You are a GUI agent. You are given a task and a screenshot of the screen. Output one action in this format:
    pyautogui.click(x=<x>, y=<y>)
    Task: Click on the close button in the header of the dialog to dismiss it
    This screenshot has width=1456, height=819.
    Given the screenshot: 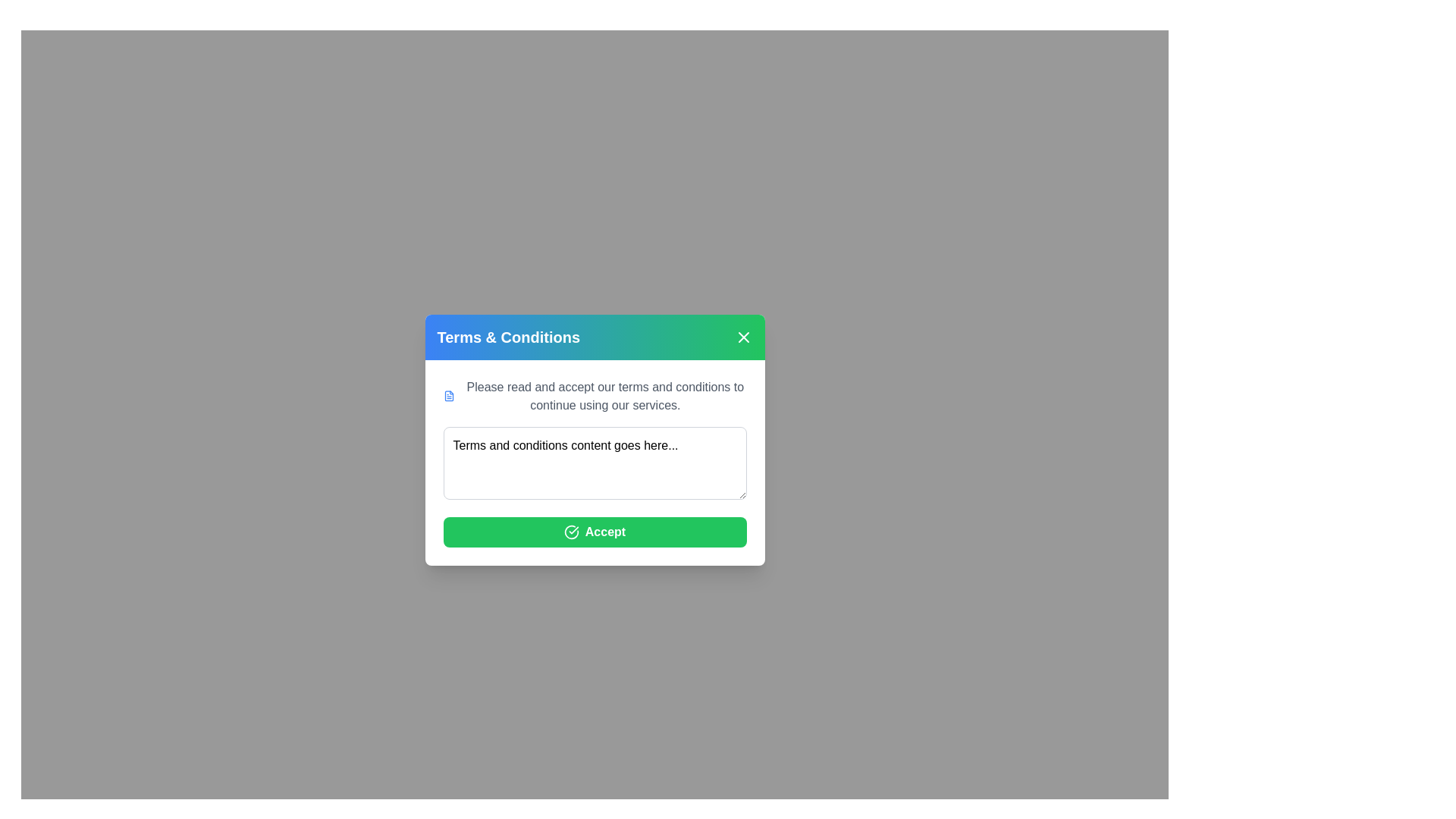 What is the action you would take?
    pyautogui.click(x=743, y=336)
    